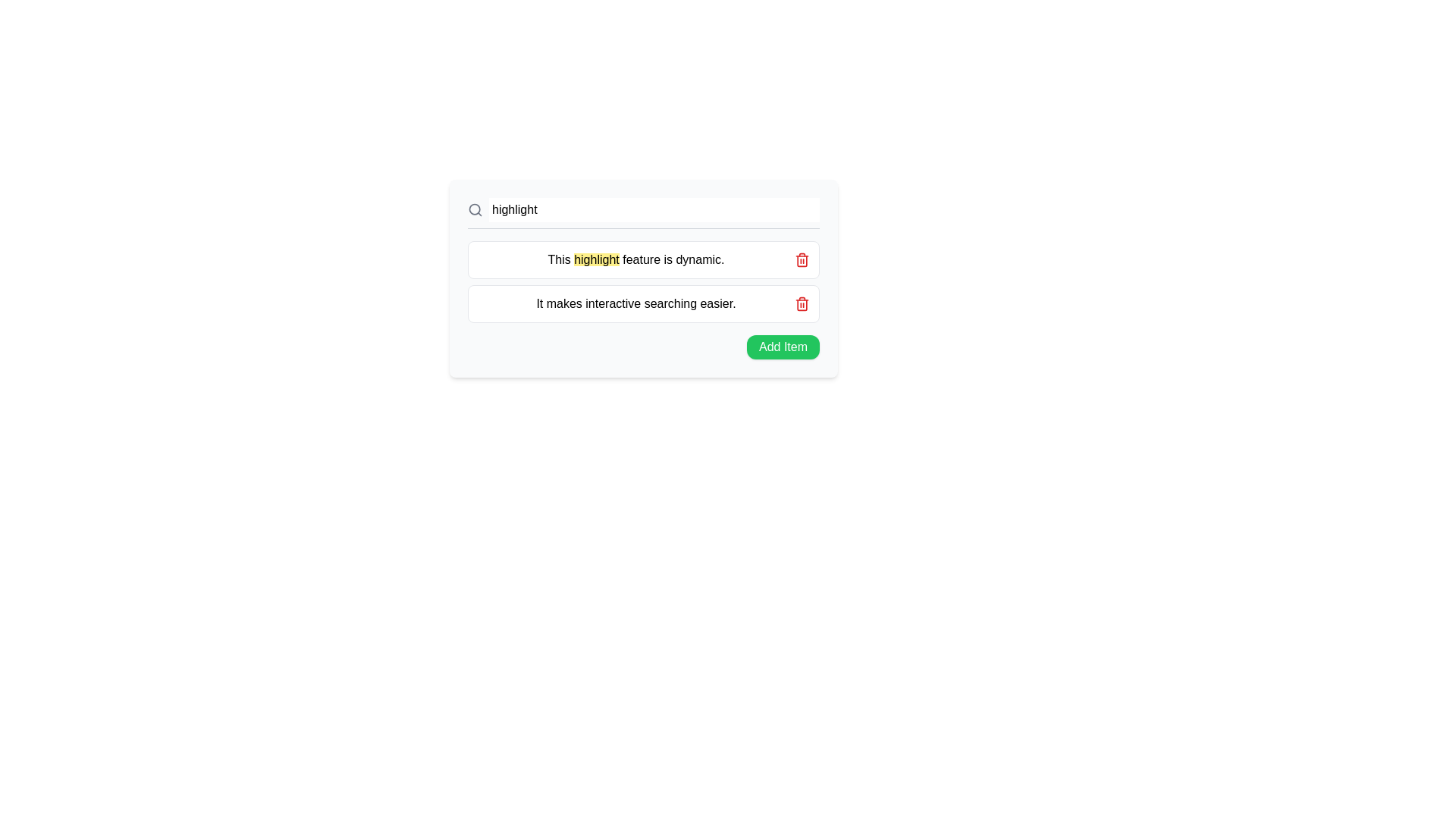 The height and width of the screenshot is (819, 1456). What do you see at coordinates (596, 259) in the screenshot?
I see `the word 'highlight' which is styled with a yellow background in the sentence 'This highlight feature is dynamic.'` at bounding box center [596, 259].